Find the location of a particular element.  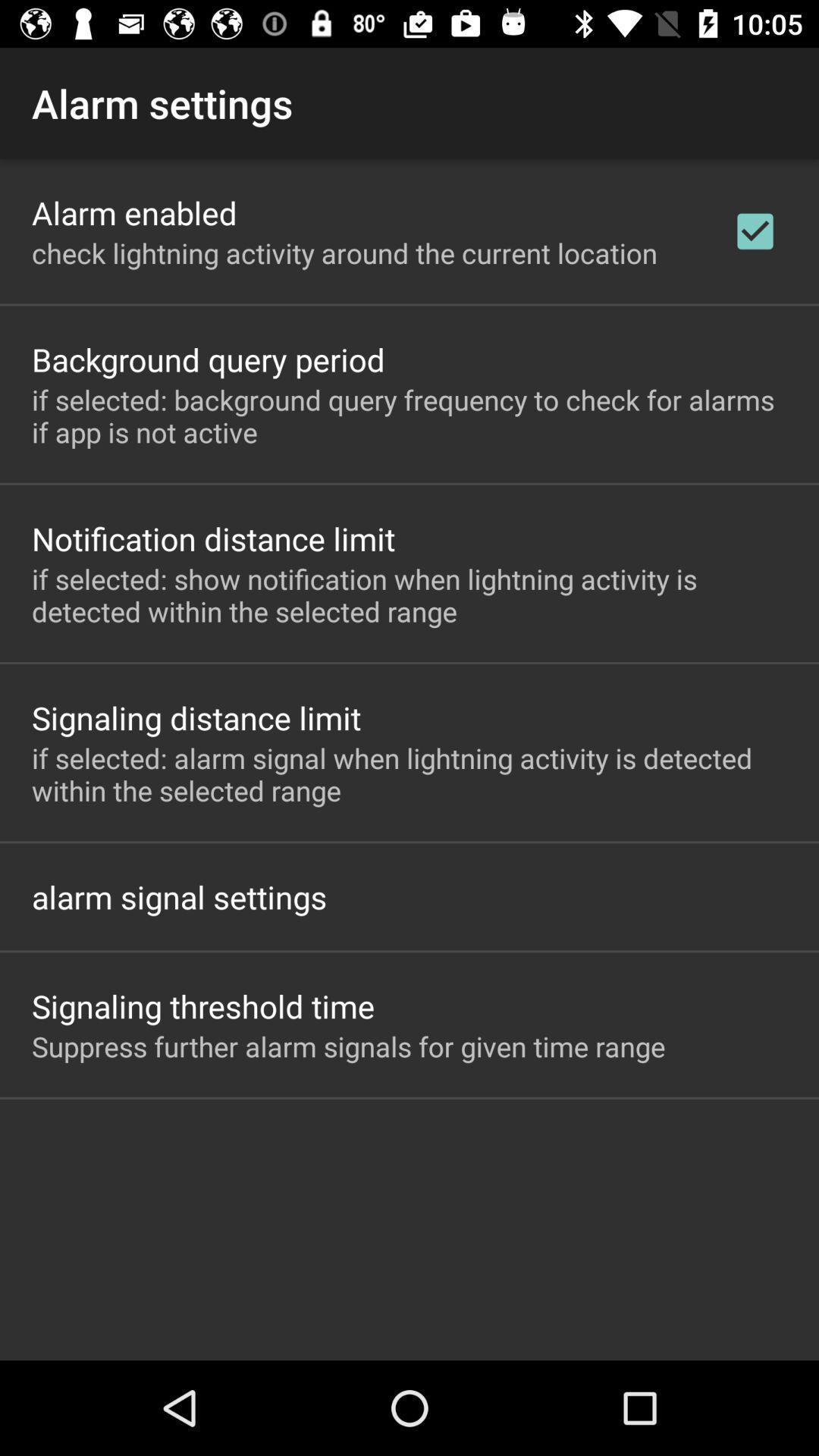

the app below alarm signal settings icon is located at coordinates (202, 1006).